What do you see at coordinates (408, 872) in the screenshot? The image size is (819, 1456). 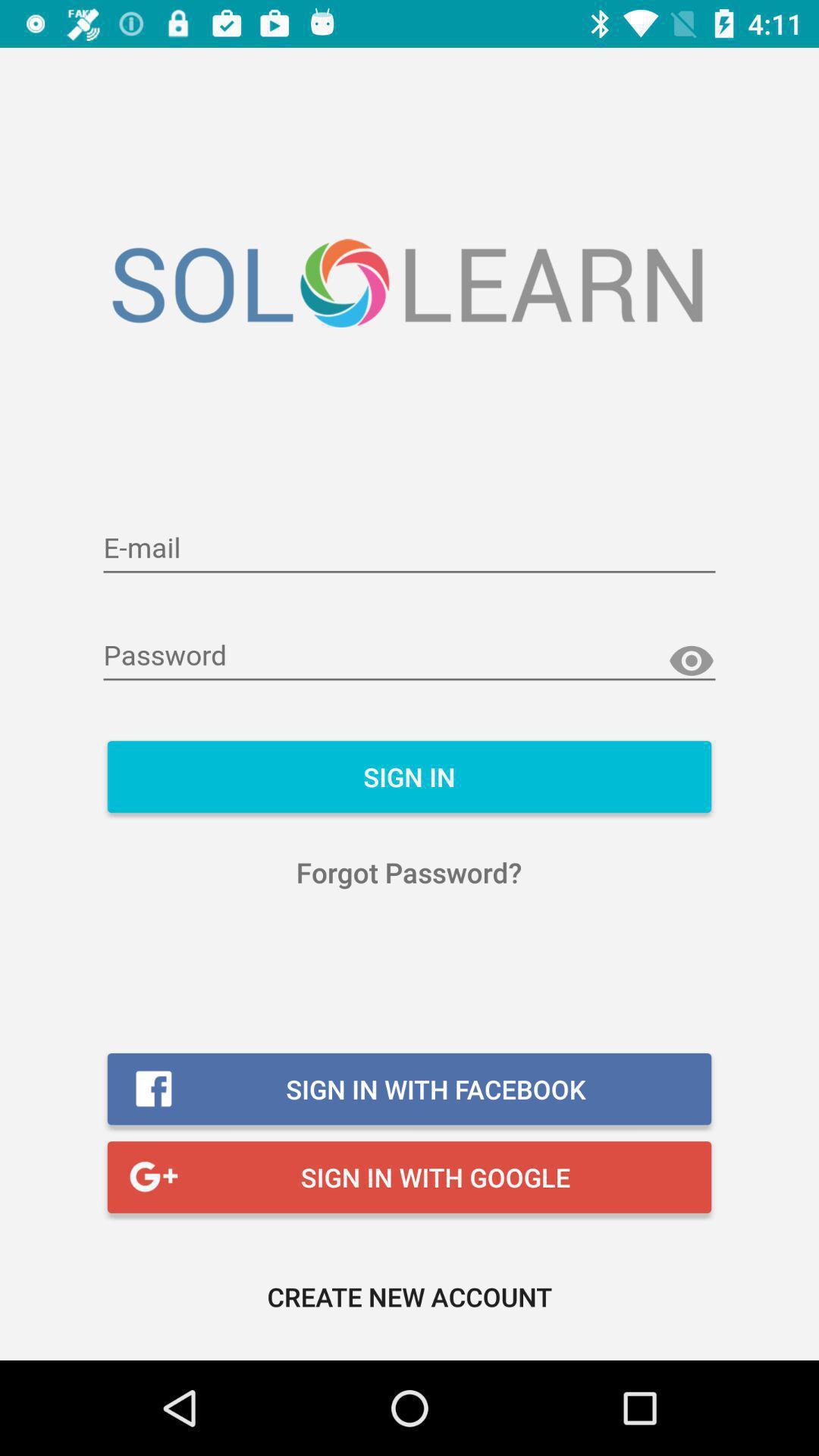 I see `item above the sign in with` at bounding box center [408, 872].